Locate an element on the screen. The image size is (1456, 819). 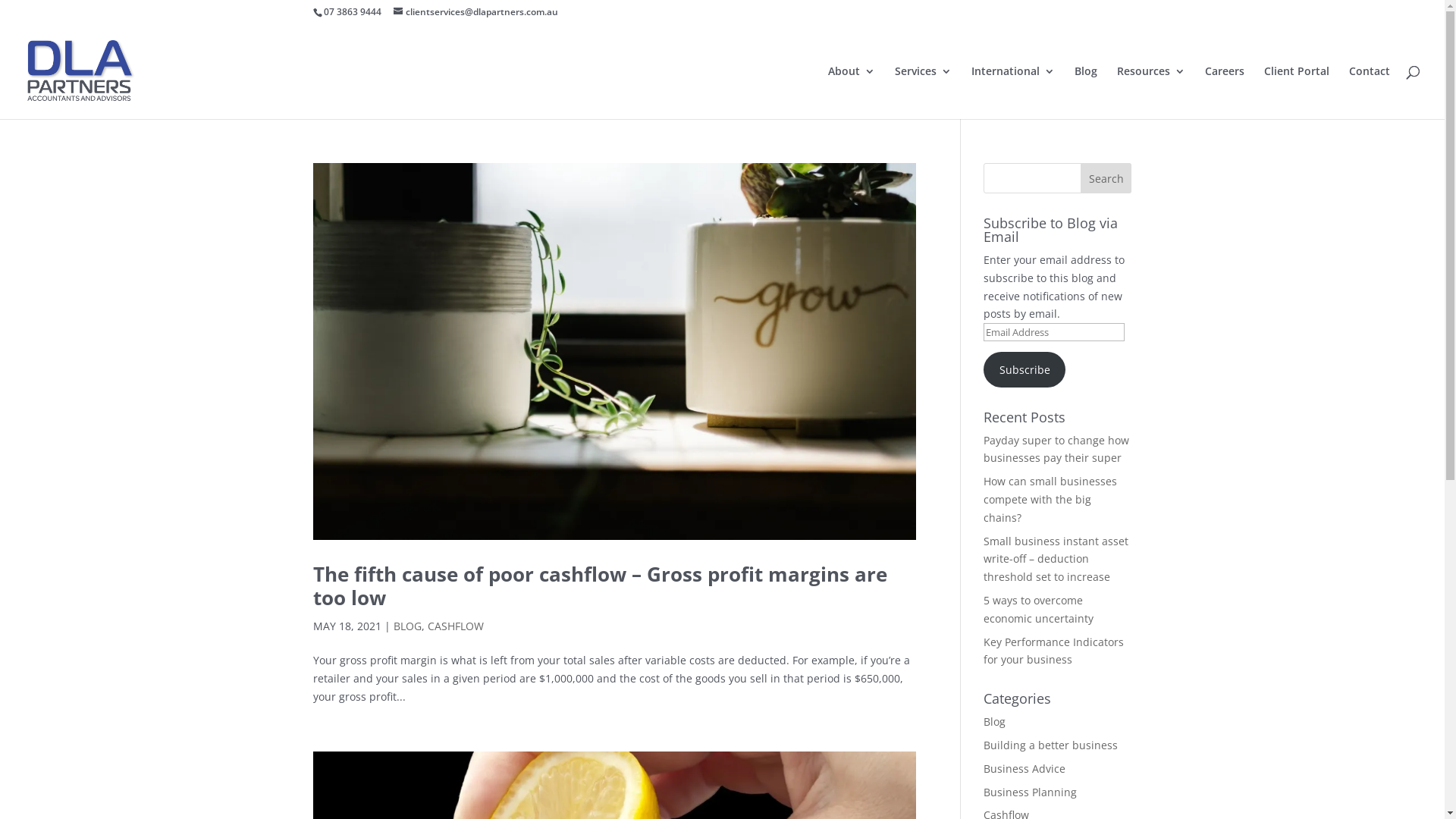
'Contact' is located at coordinates (1369, 93).